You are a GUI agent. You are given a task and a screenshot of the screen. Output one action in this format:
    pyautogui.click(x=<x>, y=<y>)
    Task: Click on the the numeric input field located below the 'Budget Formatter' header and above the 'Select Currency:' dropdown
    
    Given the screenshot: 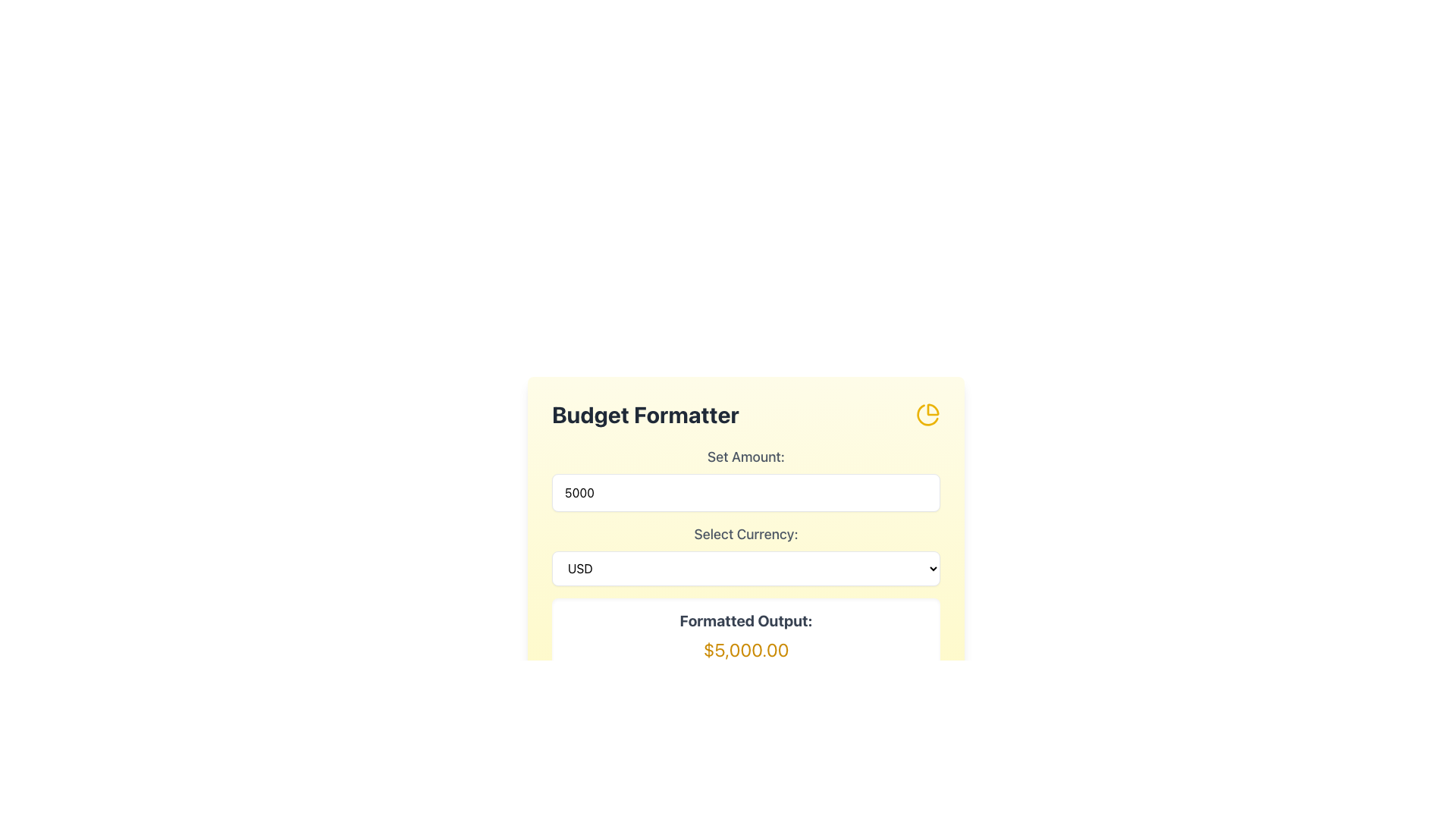 What is the action you would take?
    pyautogui.click(x=745, y=479)
    